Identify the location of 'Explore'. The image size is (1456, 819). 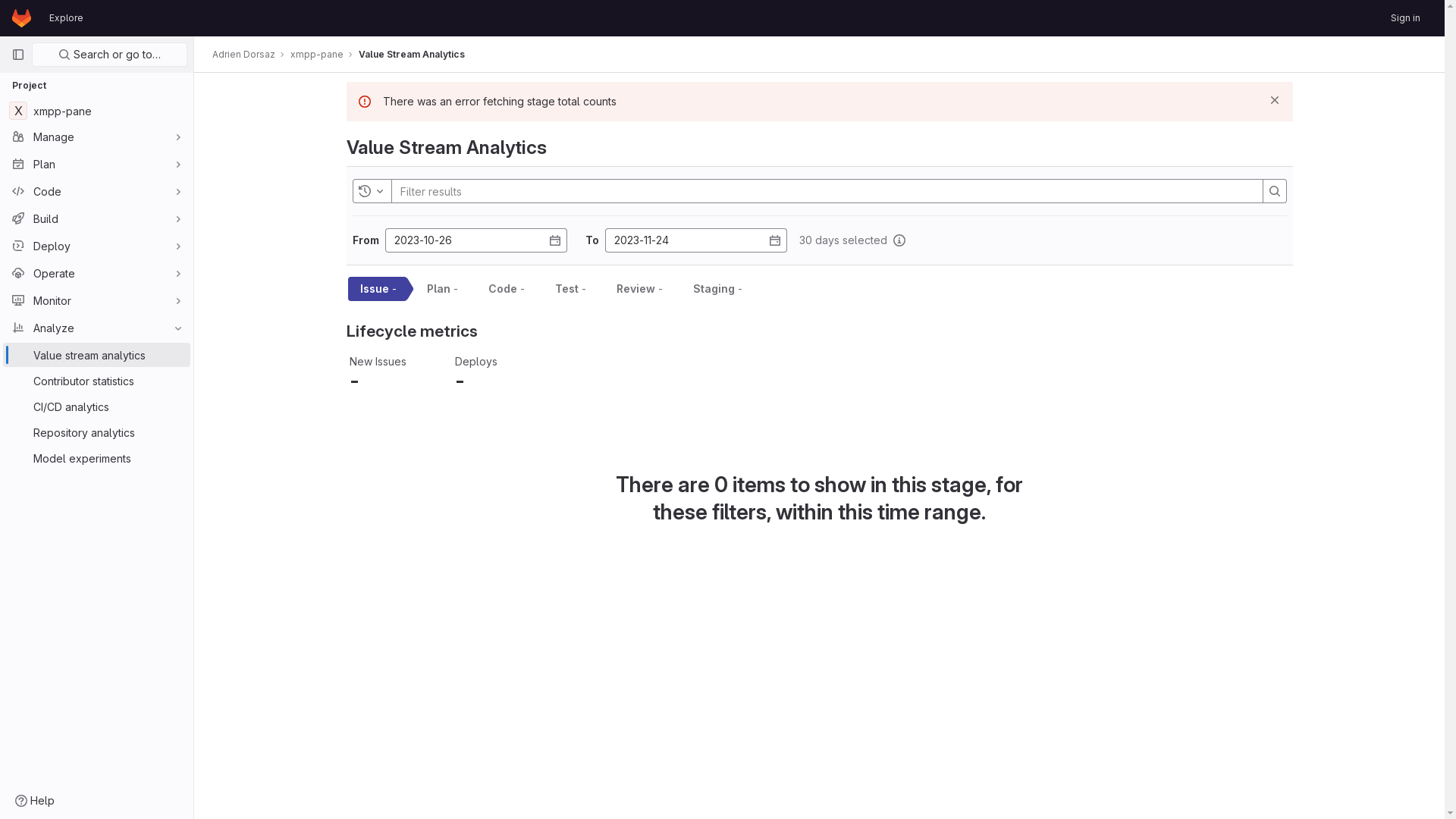
(65, 17).